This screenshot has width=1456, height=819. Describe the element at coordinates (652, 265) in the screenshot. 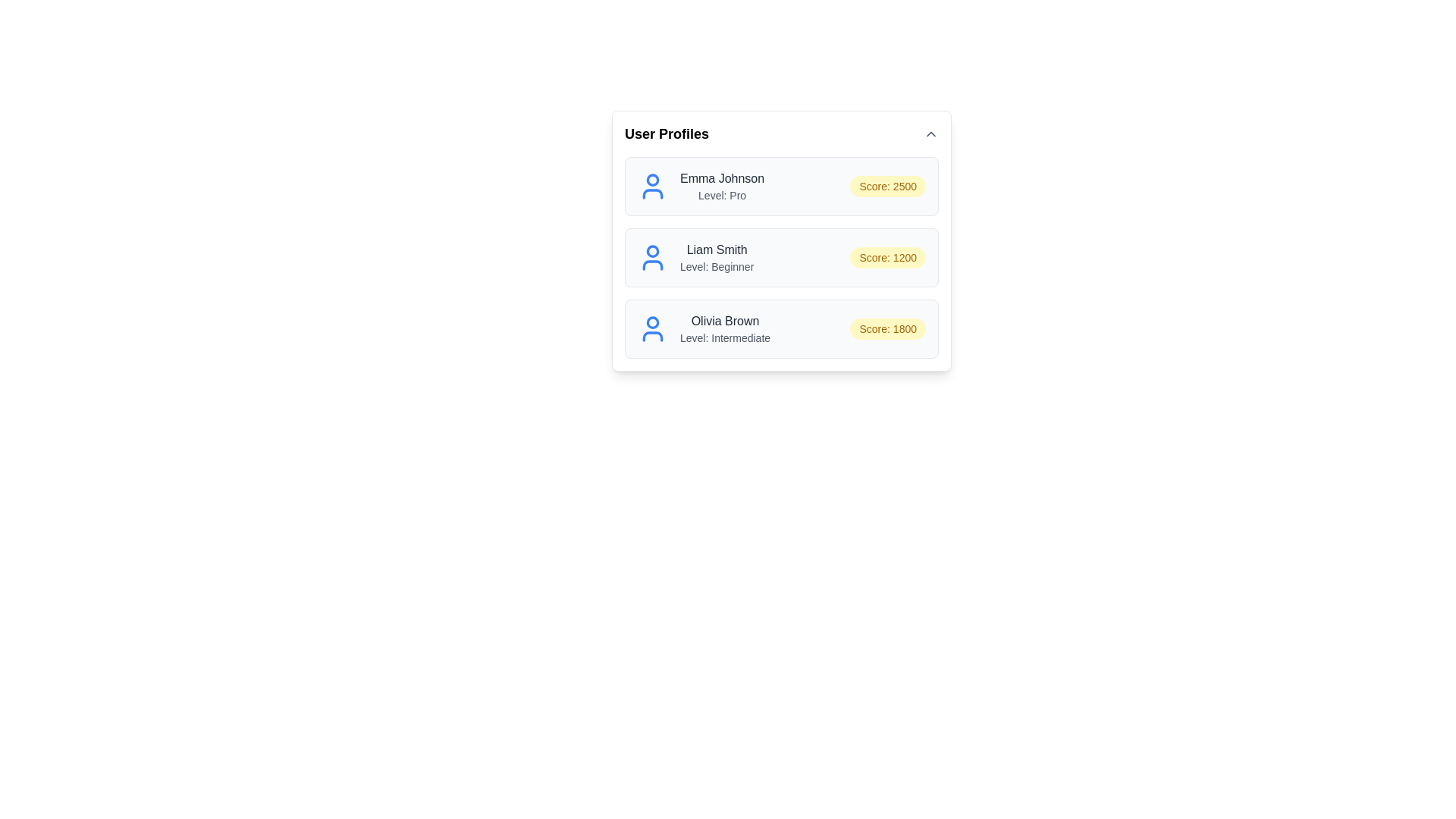

I see `the bottom part of the SVG icon resembling a shirt or torso for the profile of 'Liam Smith' in the second user list entry` at that location.